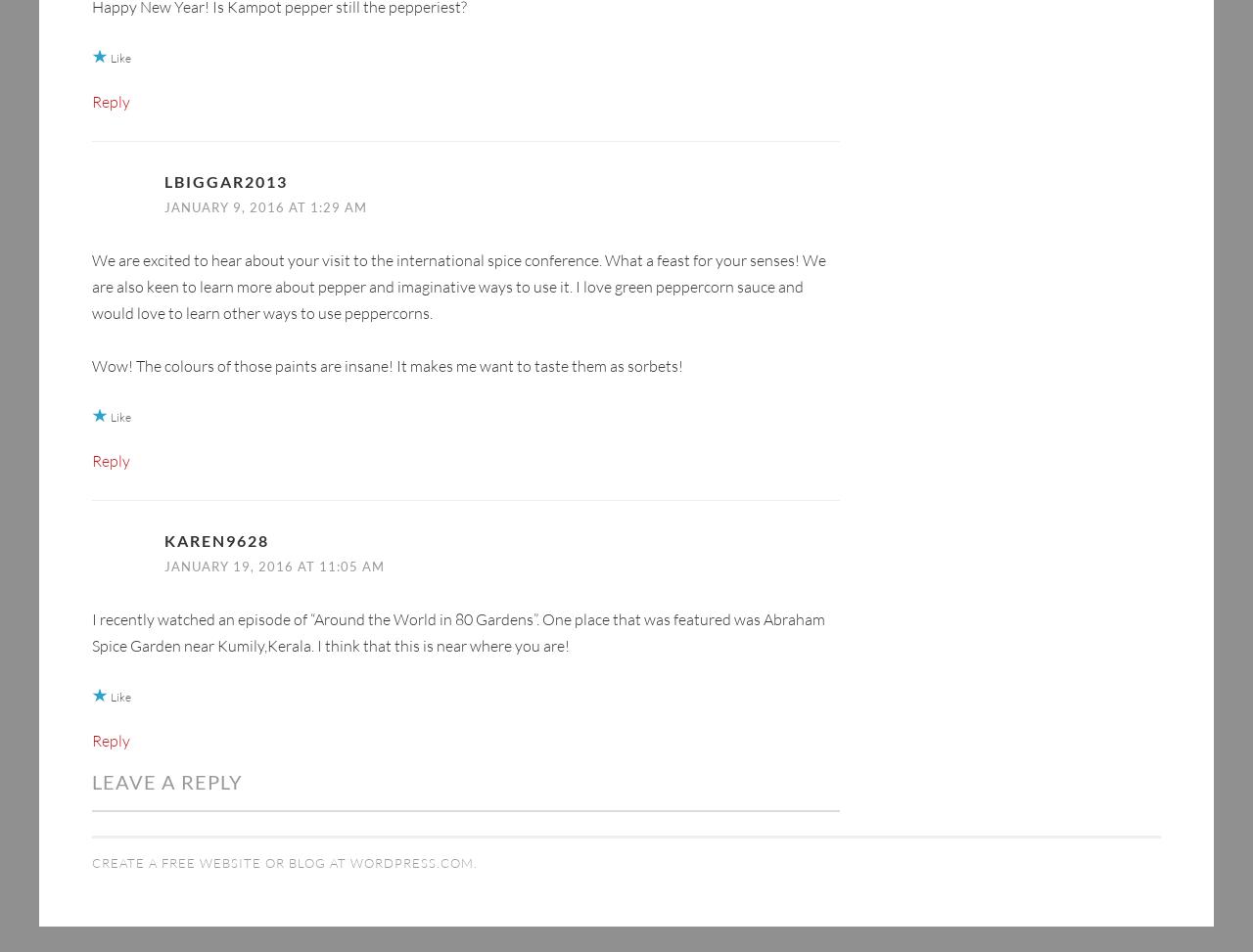 This screenshot has width=1253, height=952. What do you see at coordinates (388, 334) in the screenshot?
I see `'Wow! The colours of those paints are insane! It makes me want to taste them as sorbets!'` at bounding box center [388, 334].